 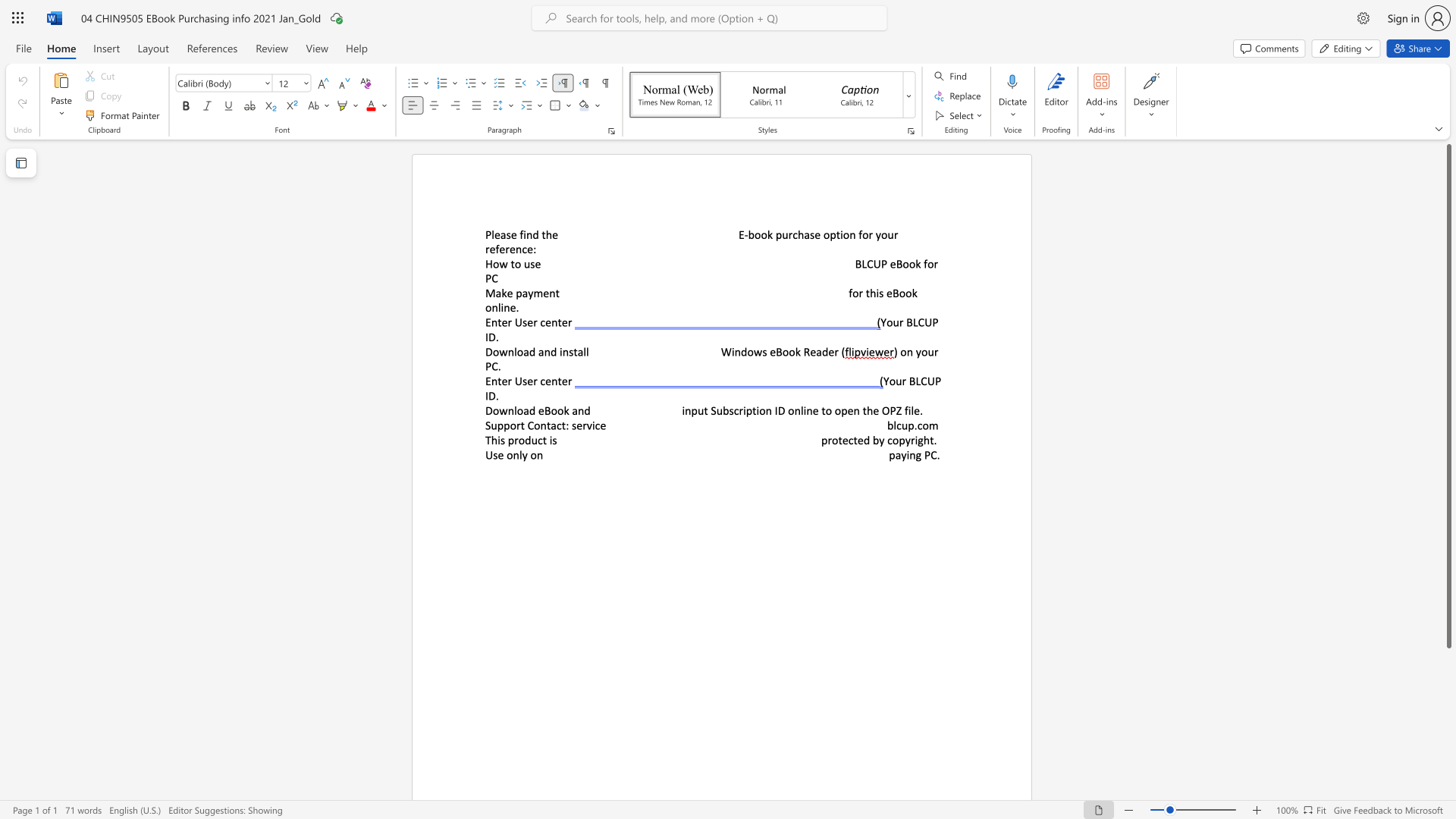 I want to click on the 1th character ":" in the text, so click(x=566, y=425).